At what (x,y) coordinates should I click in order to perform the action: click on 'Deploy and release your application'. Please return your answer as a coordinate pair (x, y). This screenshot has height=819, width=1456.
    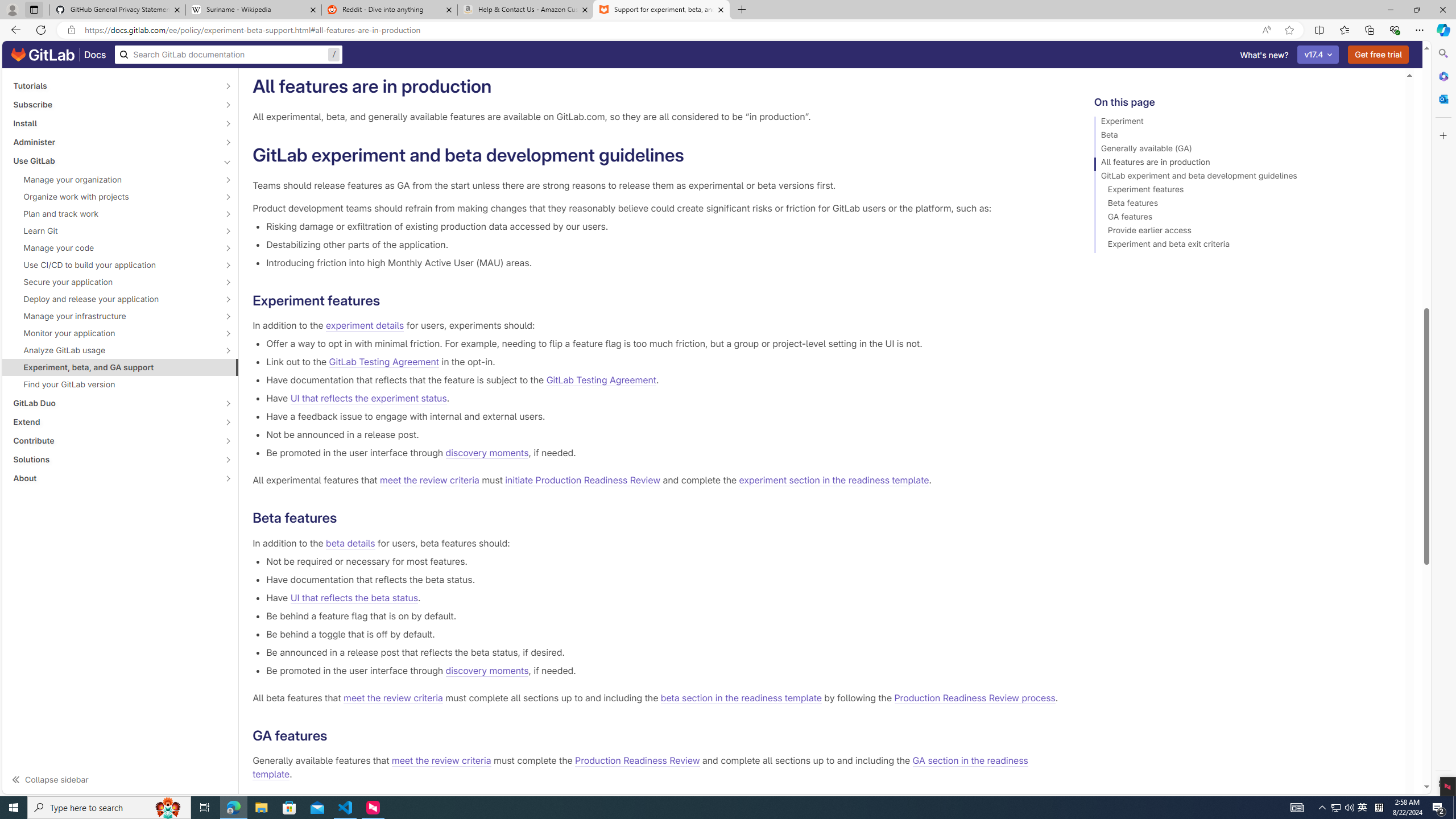
    Looking at the image, I should click on (113, 299).